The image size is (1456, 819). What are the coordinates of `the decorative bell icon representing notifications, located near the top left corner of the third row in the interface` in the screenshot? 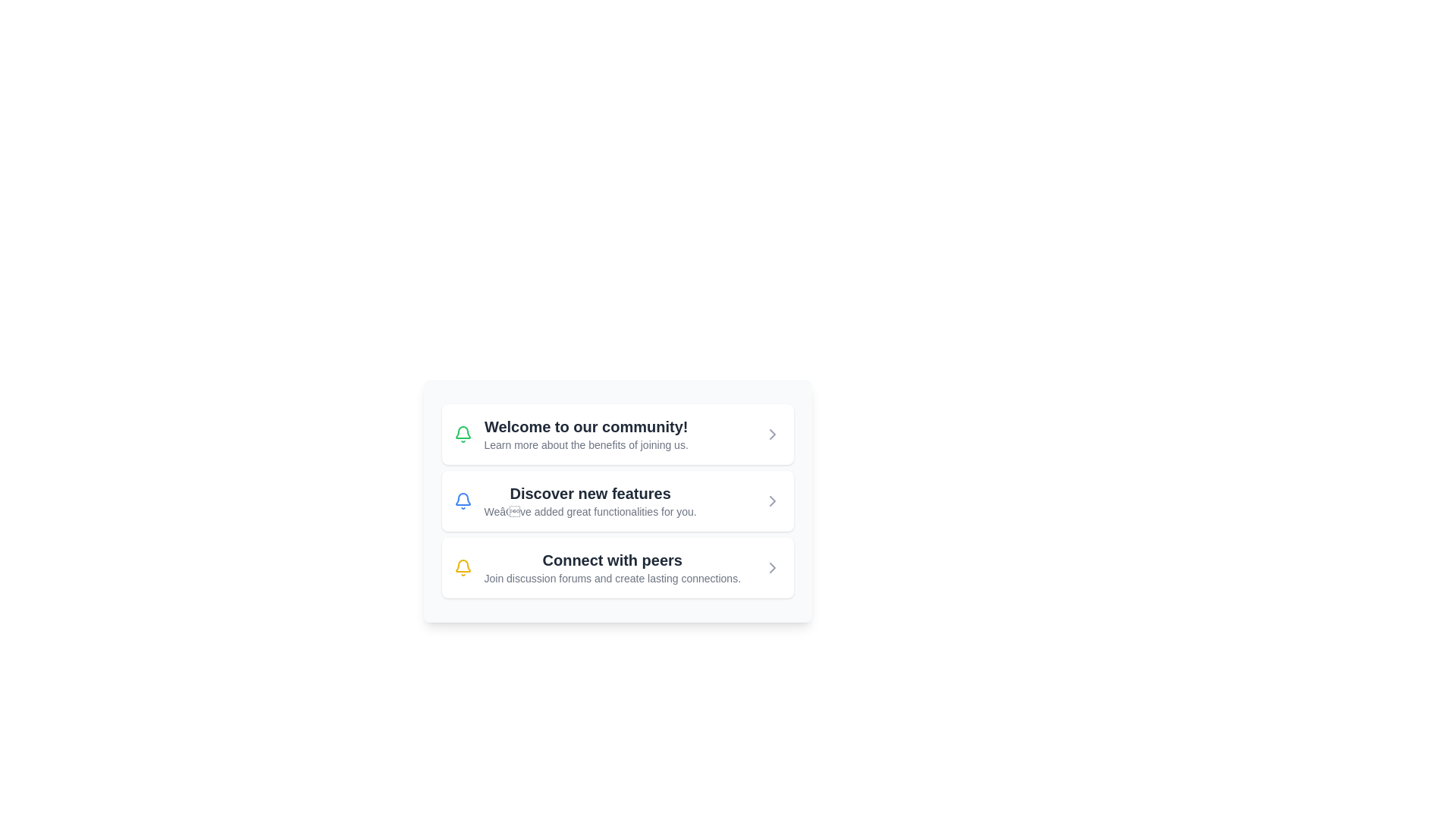 It's located at (462, 499).